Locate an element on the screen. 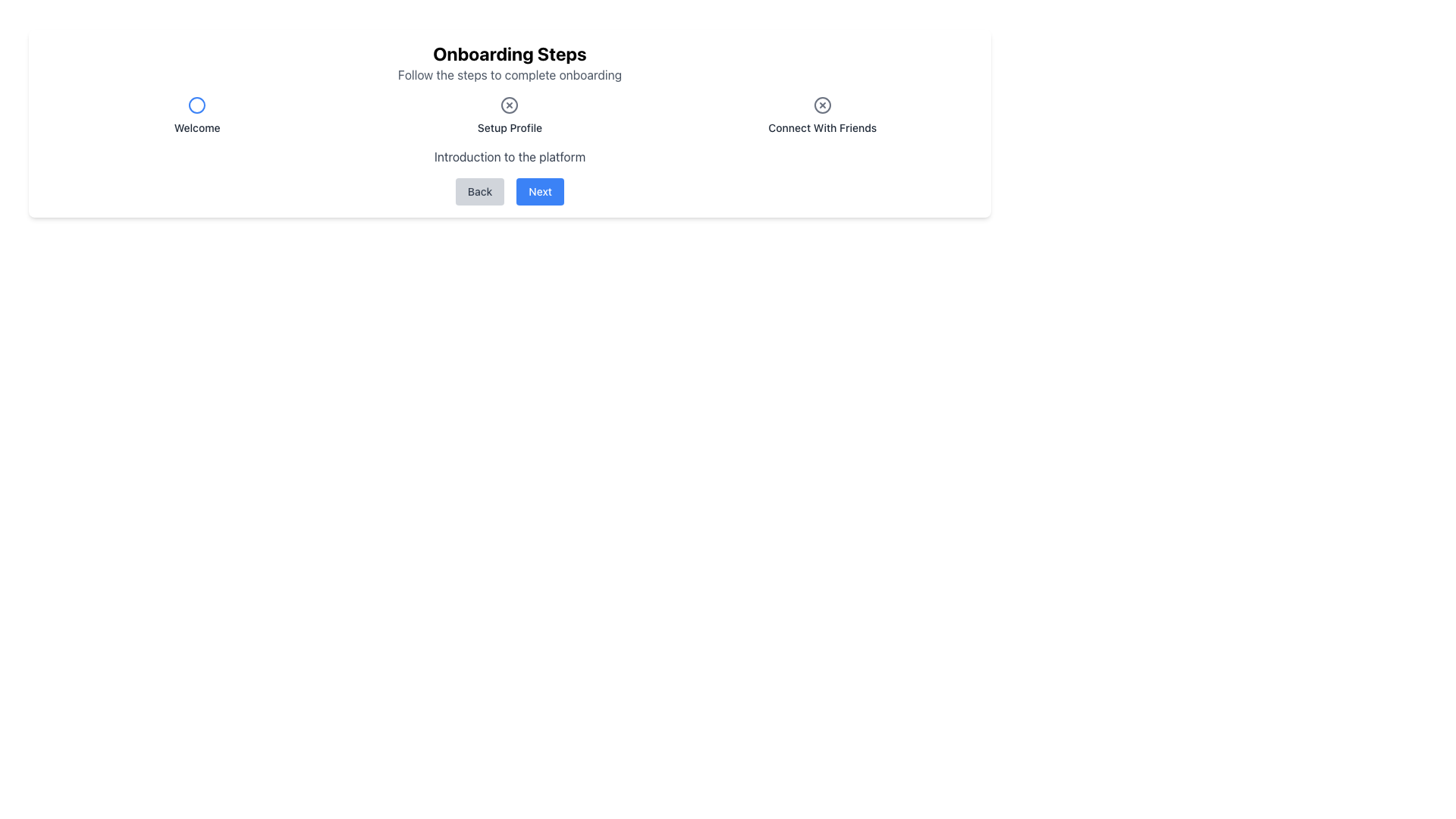 This screenshot has height=819, width=1456. the informative Text Element located below the 'Onboarding Steps' heading, which provides guidance about the onboarding process is located at coordinates (510, 75).